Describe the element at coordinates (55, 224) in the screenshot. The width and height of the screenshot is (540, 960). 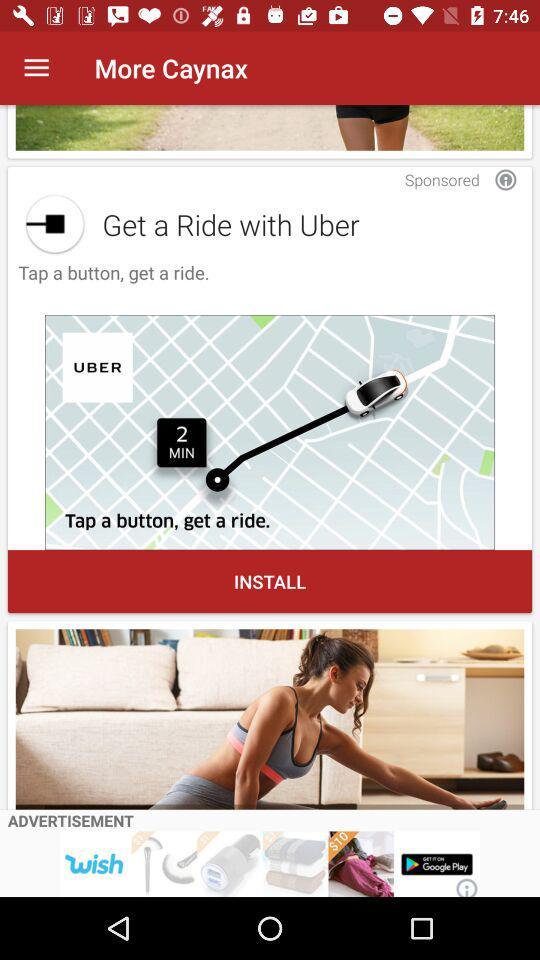
I see `open app` at that location.